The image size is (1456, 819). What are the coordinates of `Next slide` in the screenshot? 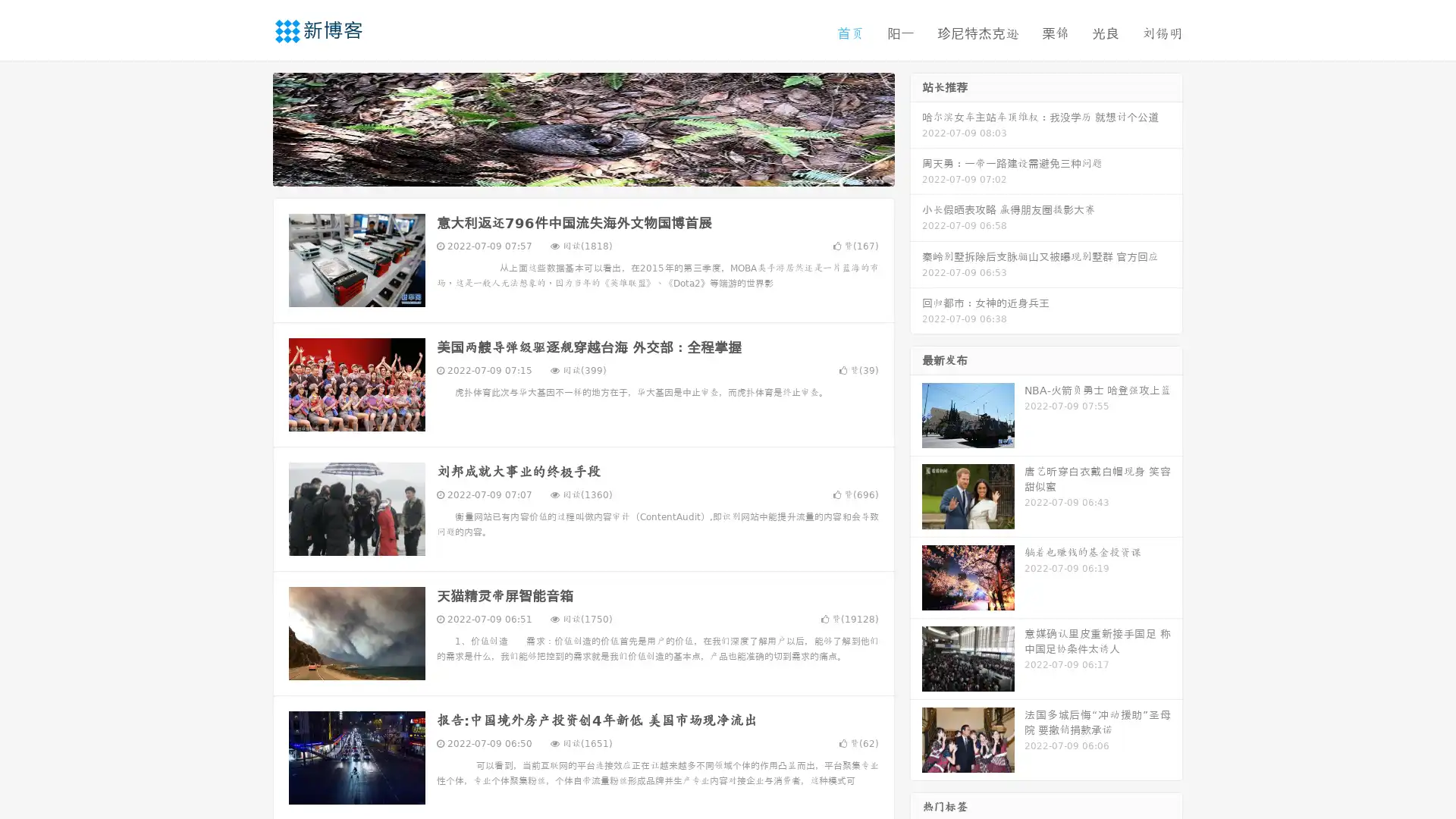 It's located at (916, 127).